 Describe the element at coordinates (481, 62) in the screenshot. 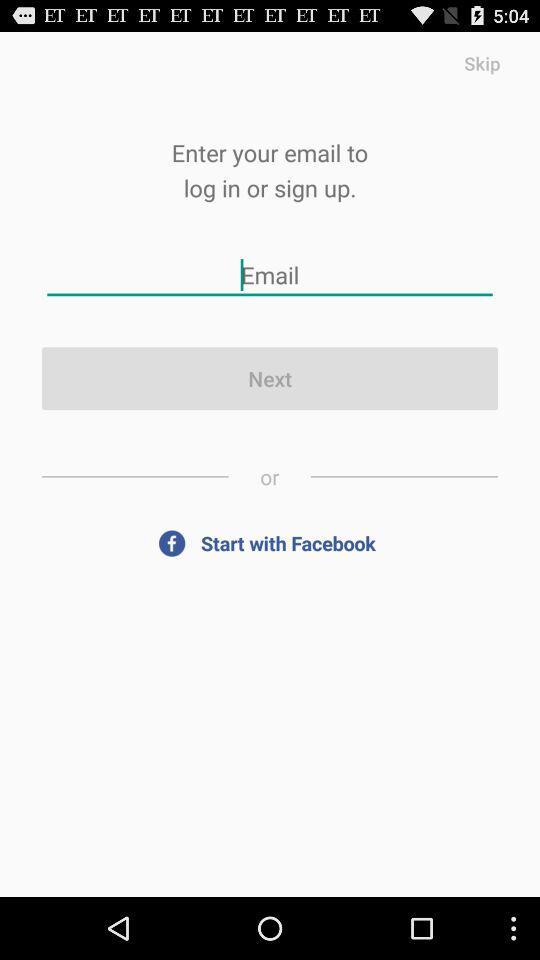

I see `skip icon` at that location.